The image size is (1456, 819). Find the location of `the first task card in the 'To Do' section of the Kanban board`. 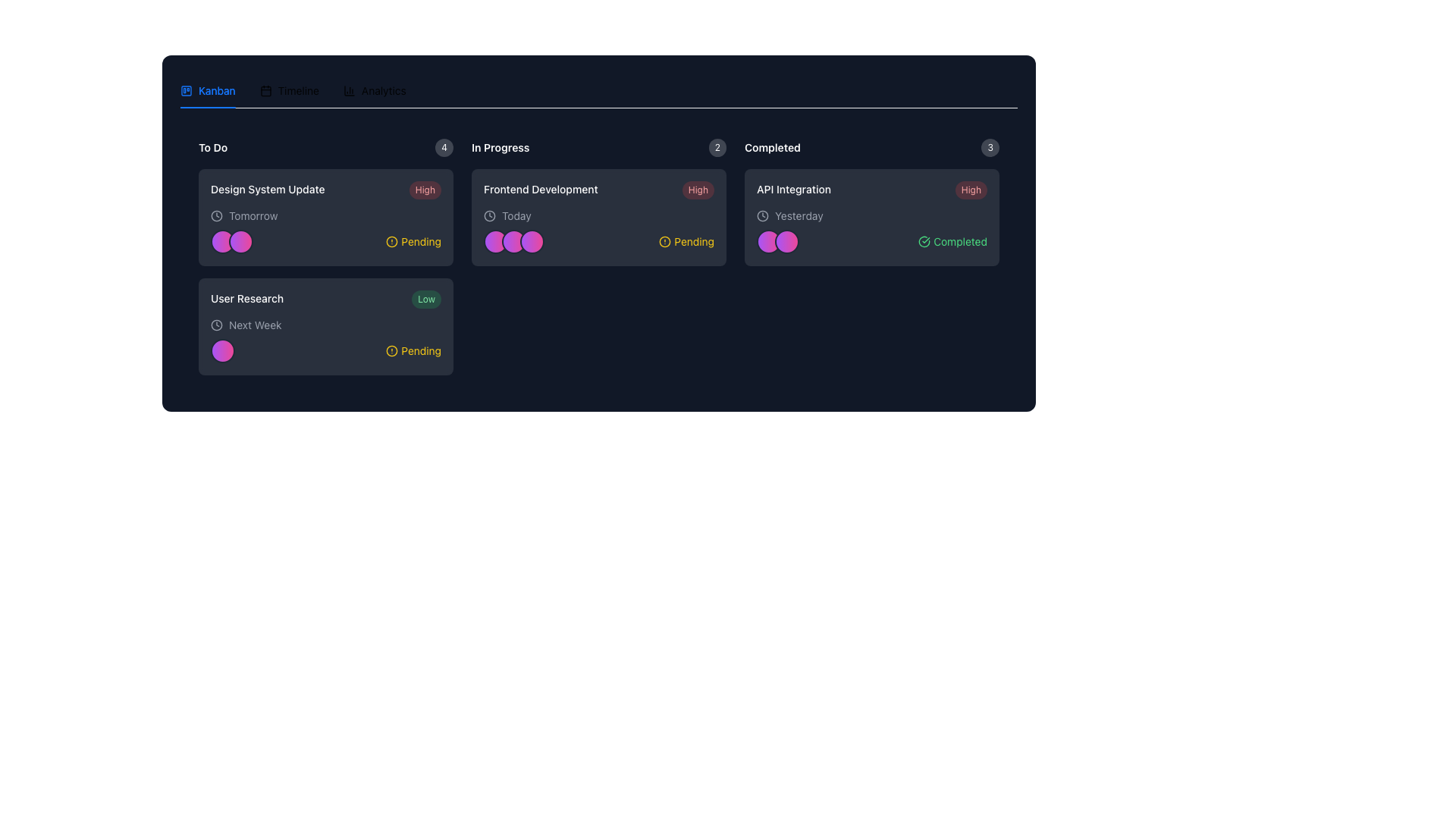

the first task card in the 'To Do' section of the Kanban board is located at coordinates (325, 217).